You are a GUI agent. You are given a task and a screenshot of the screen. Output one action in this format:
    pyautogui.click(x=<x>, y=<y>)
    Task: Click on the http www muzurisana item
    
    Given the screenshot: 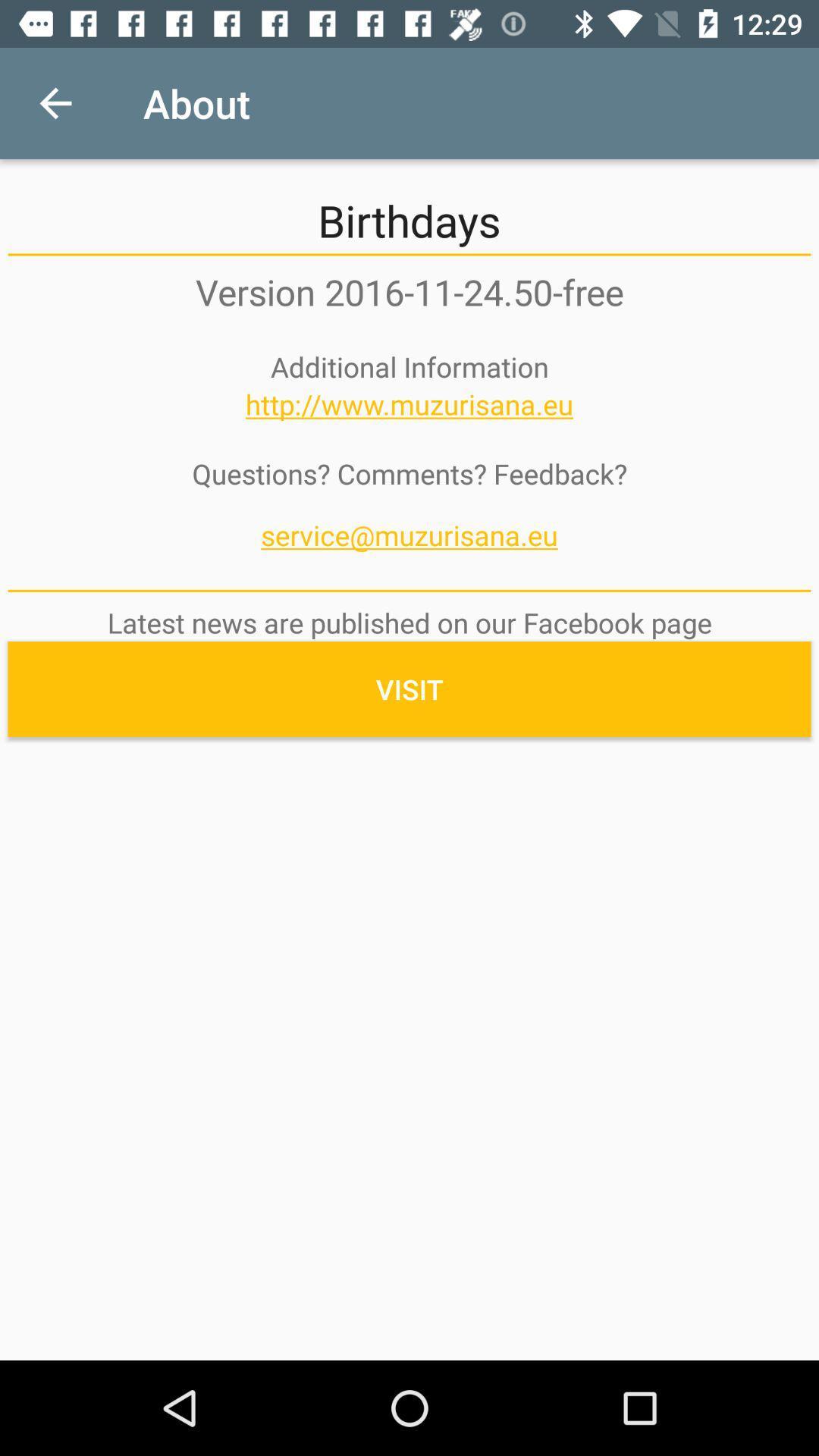 What is the action you would take?
    pyautogui.click(x=409, y=404)
    